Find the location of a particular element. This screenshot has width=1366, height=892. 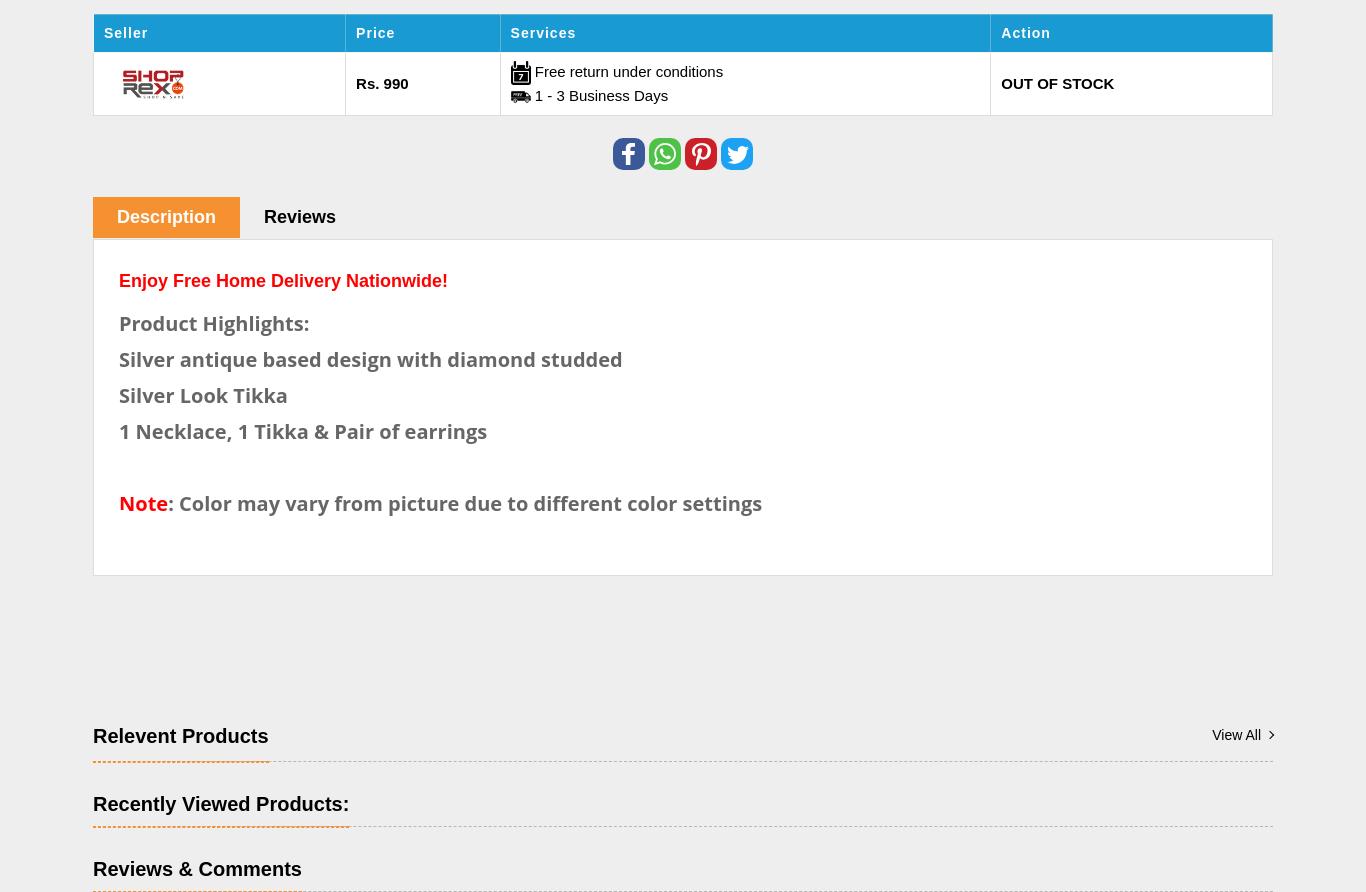

'Relevent Products' is located at coordinates (179, 735).